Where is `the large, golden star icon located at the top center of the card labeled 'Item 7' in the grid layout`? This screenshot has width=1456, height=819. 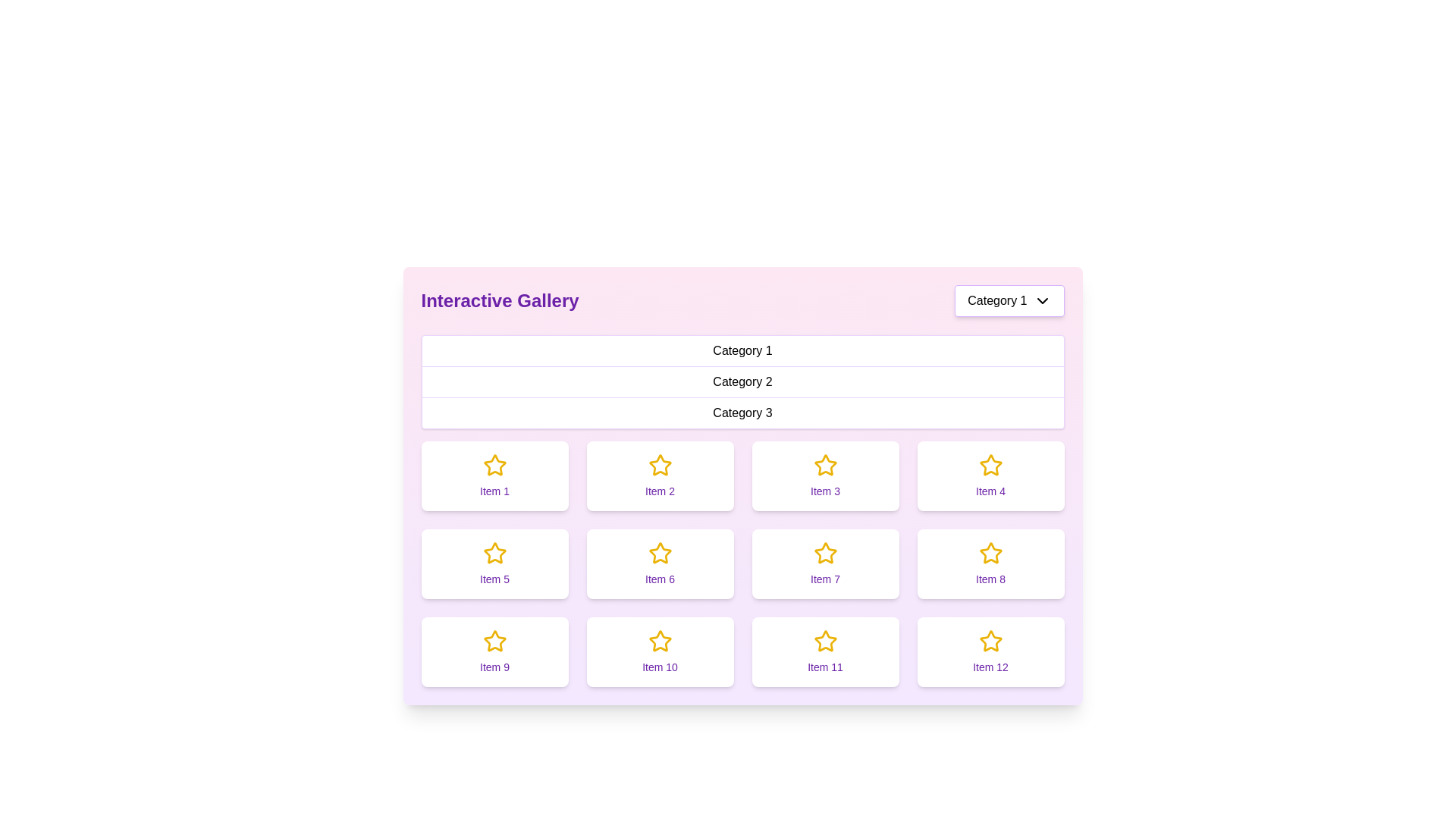 the large, golden star icon located at the top center of the card labeled 'Item 7' in the grid layout is located at coordinates (824, 553).